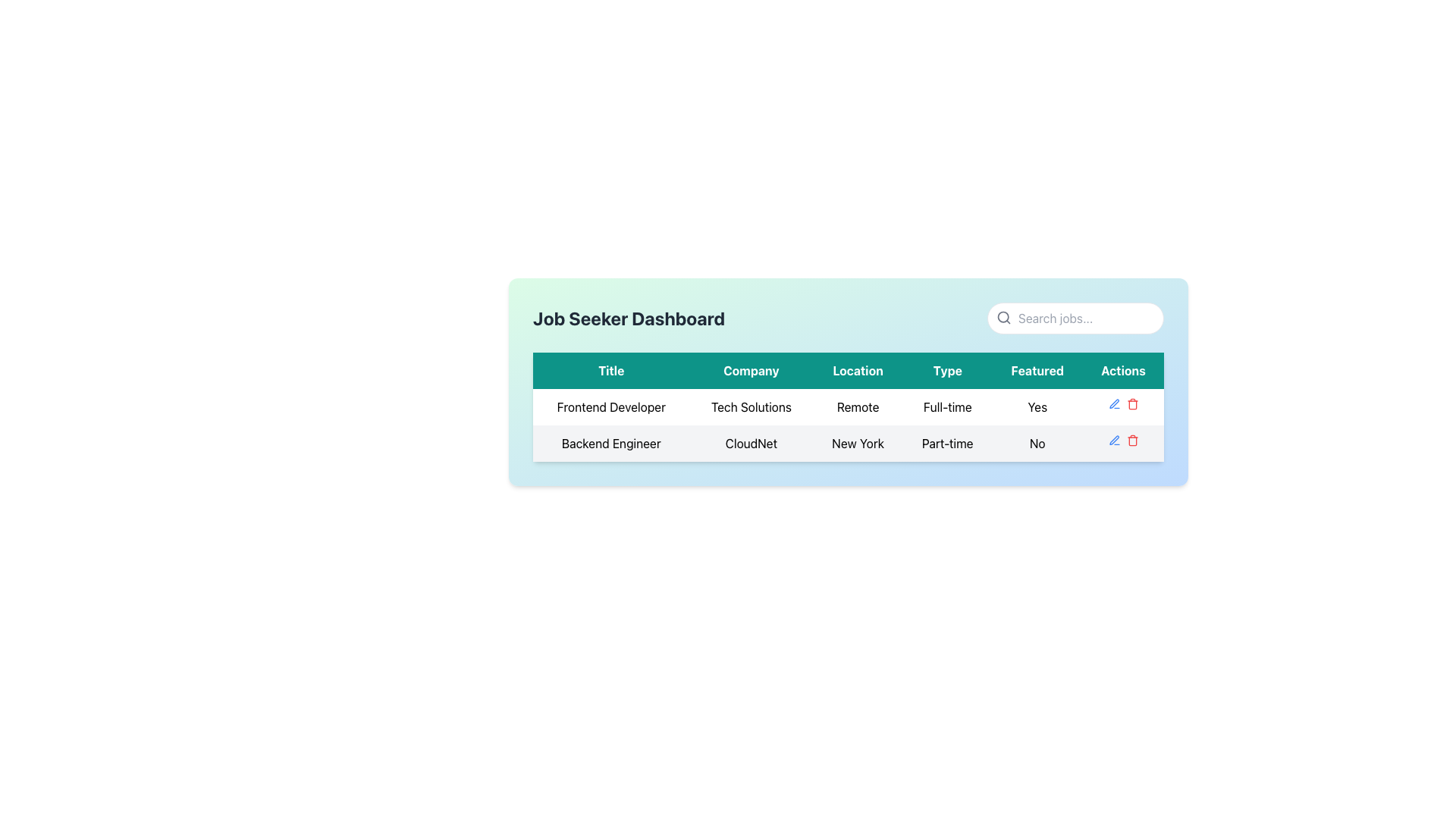  What do you see at coordinates (858, 444) in the screenshot?
I see `text from the 'Location' cell in the third column of the second row of the table` at bounding box center [858, 444].